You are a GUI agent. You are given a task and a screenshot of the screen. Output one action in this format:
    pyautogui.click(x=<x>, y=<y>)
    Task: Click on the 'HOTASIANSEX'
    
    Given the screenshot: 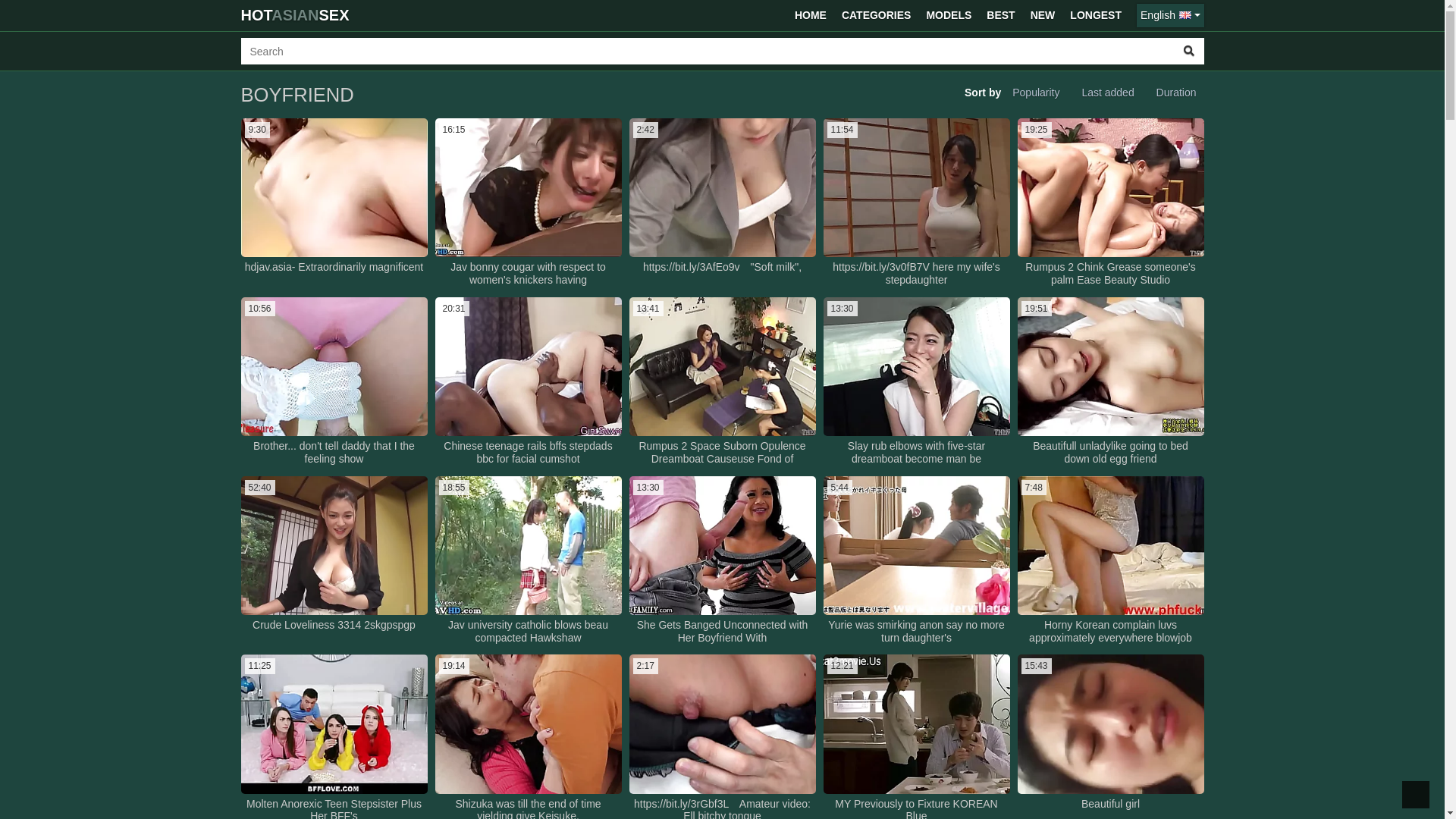 What is the action you would take?
    pyautogui.click(x=295, y=15)
    